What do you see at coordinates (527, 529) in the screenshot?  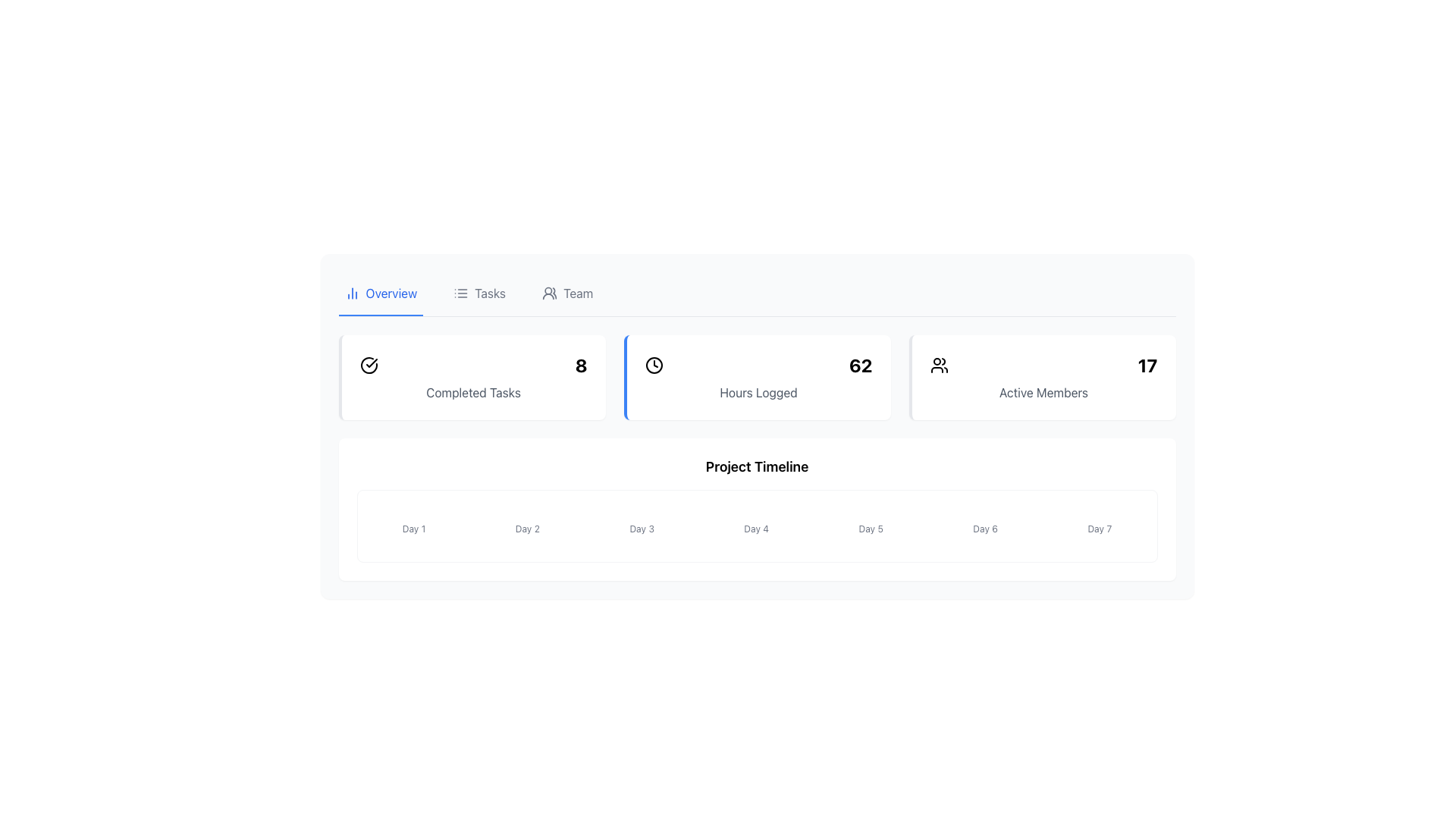 I see `the text label representing 'Day 2', which is located in the center of the 'Project Timeline' panel beneath a rounded vertical bar` at bounding box center [527, 529].